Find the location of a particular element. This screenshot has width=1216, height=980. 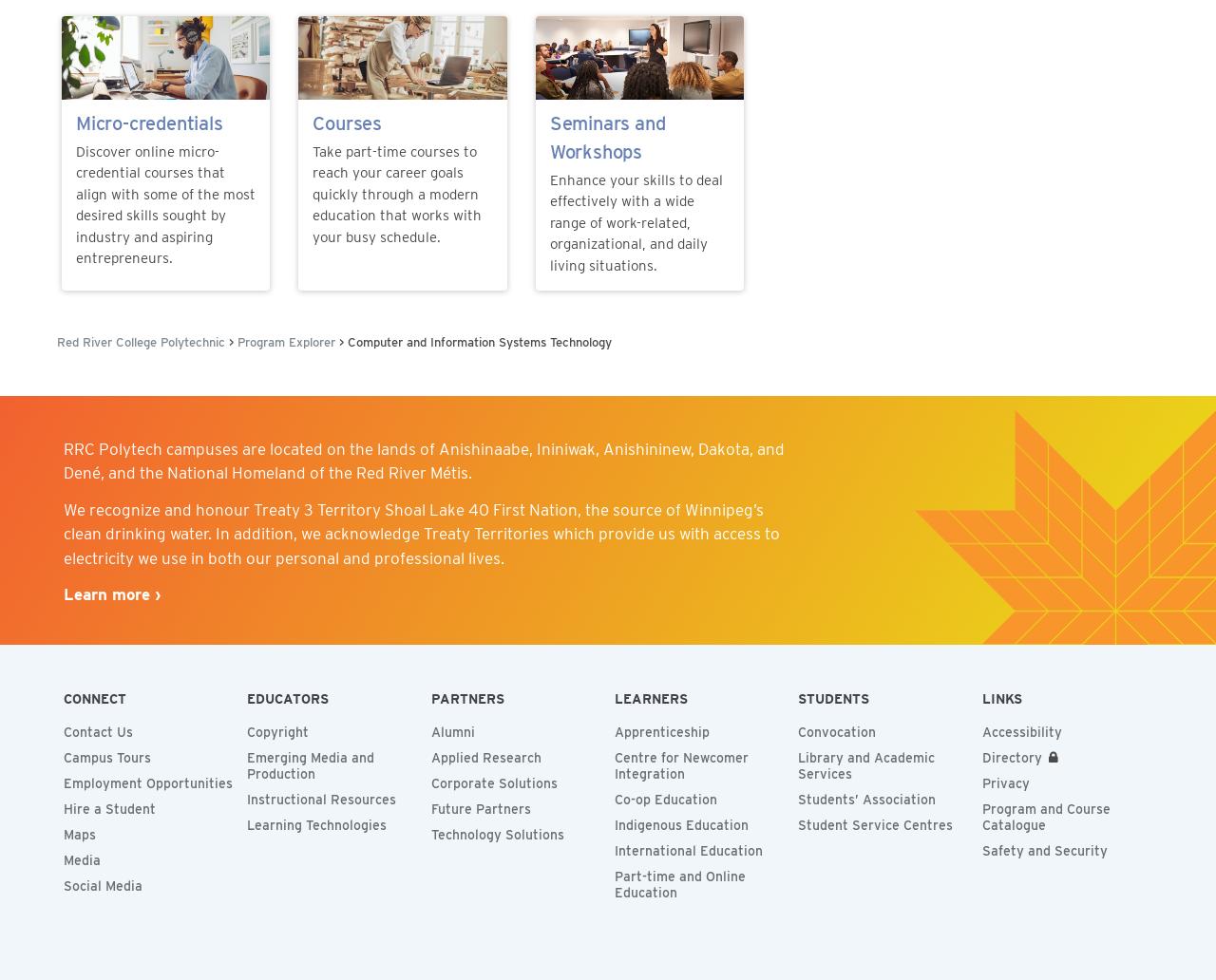

'Convocation' is located at coordinates (836, 731).